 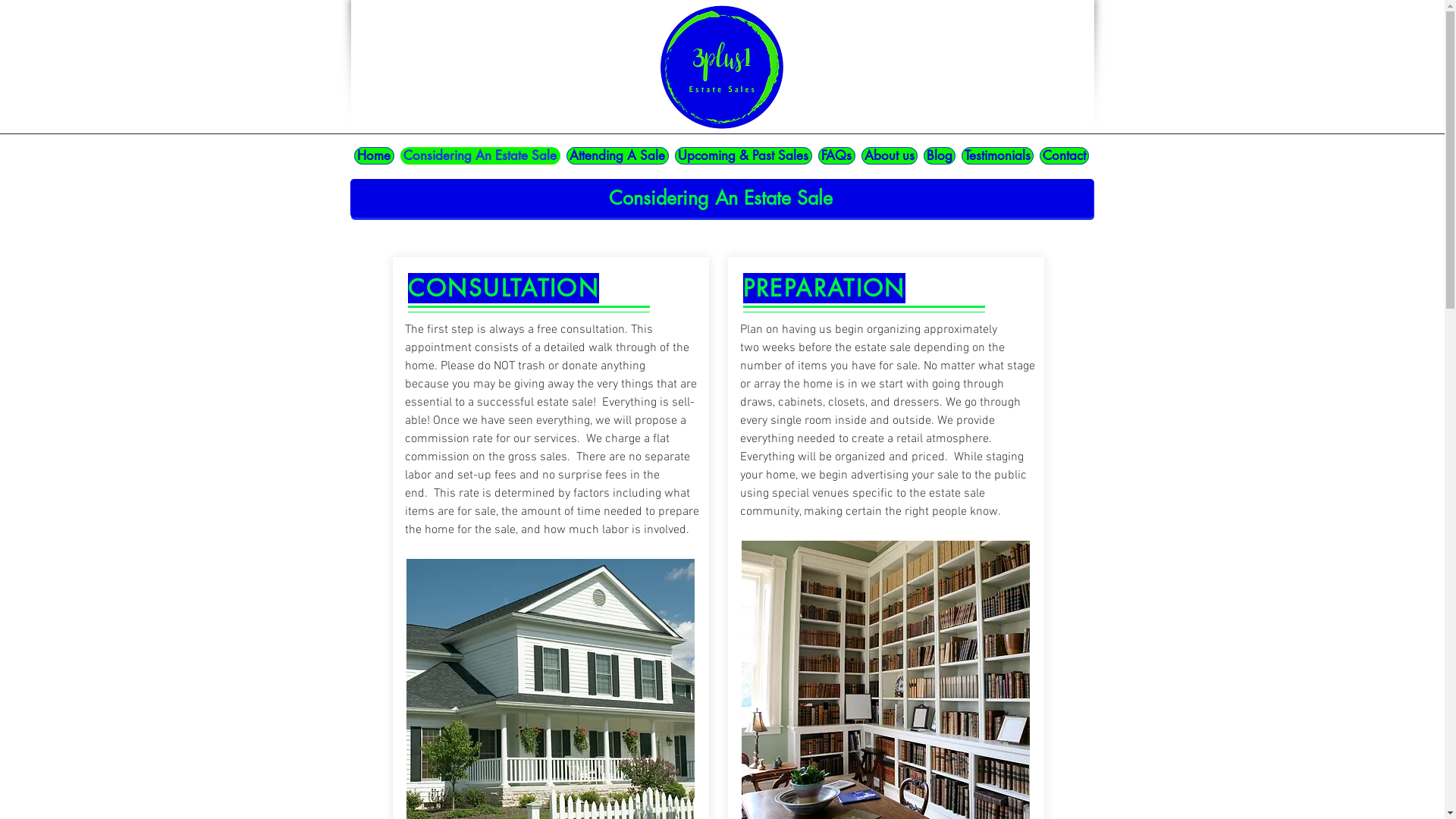 What do you see at coordinates (835, 155) in the screenshot?
I see `'FAQs'` at bounding box center [835, 155].